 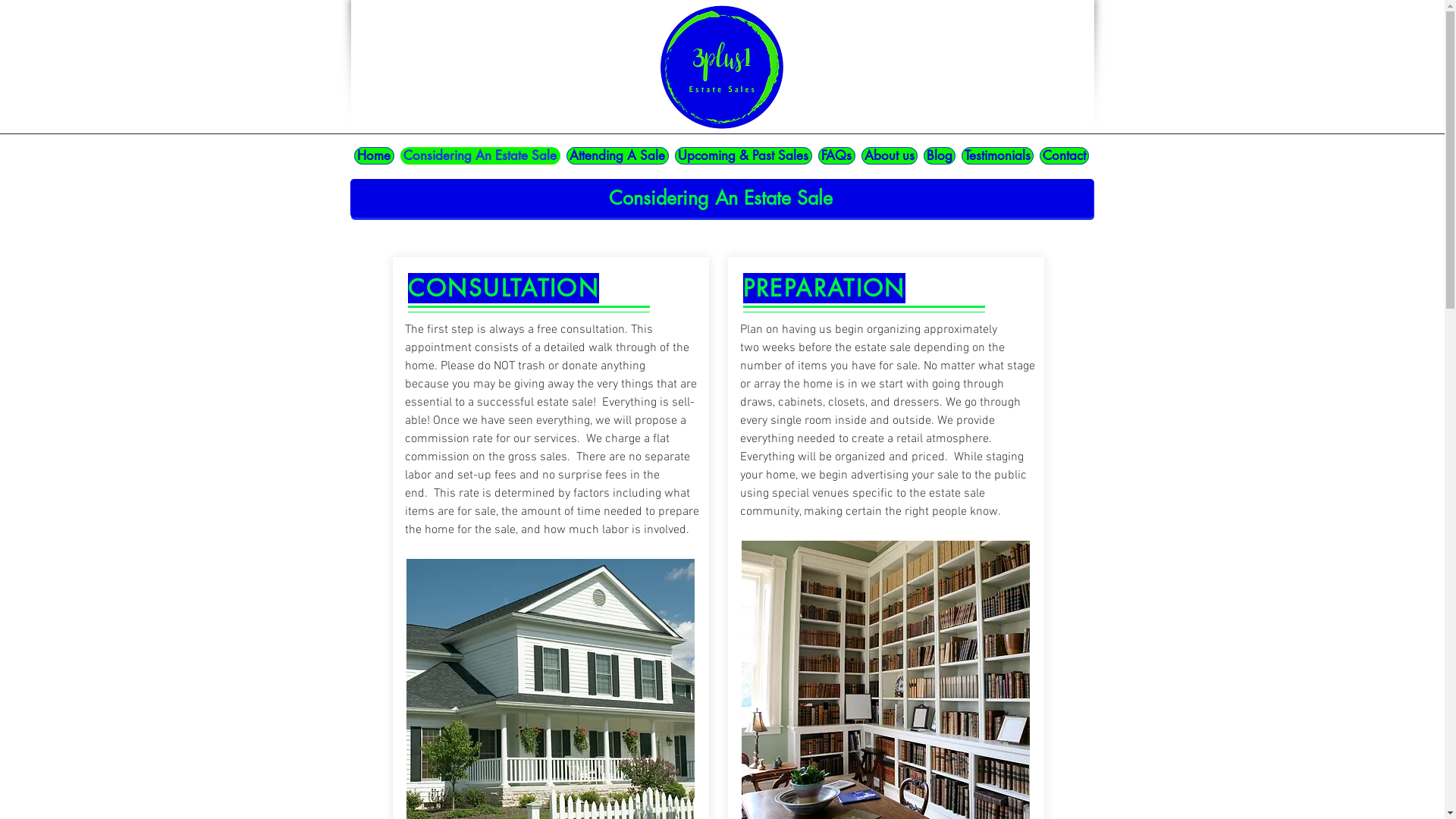 What do you see at coordinates (835, 155) in the screenshot?
I see `'FAQs'` at bounding box center [835, 155].